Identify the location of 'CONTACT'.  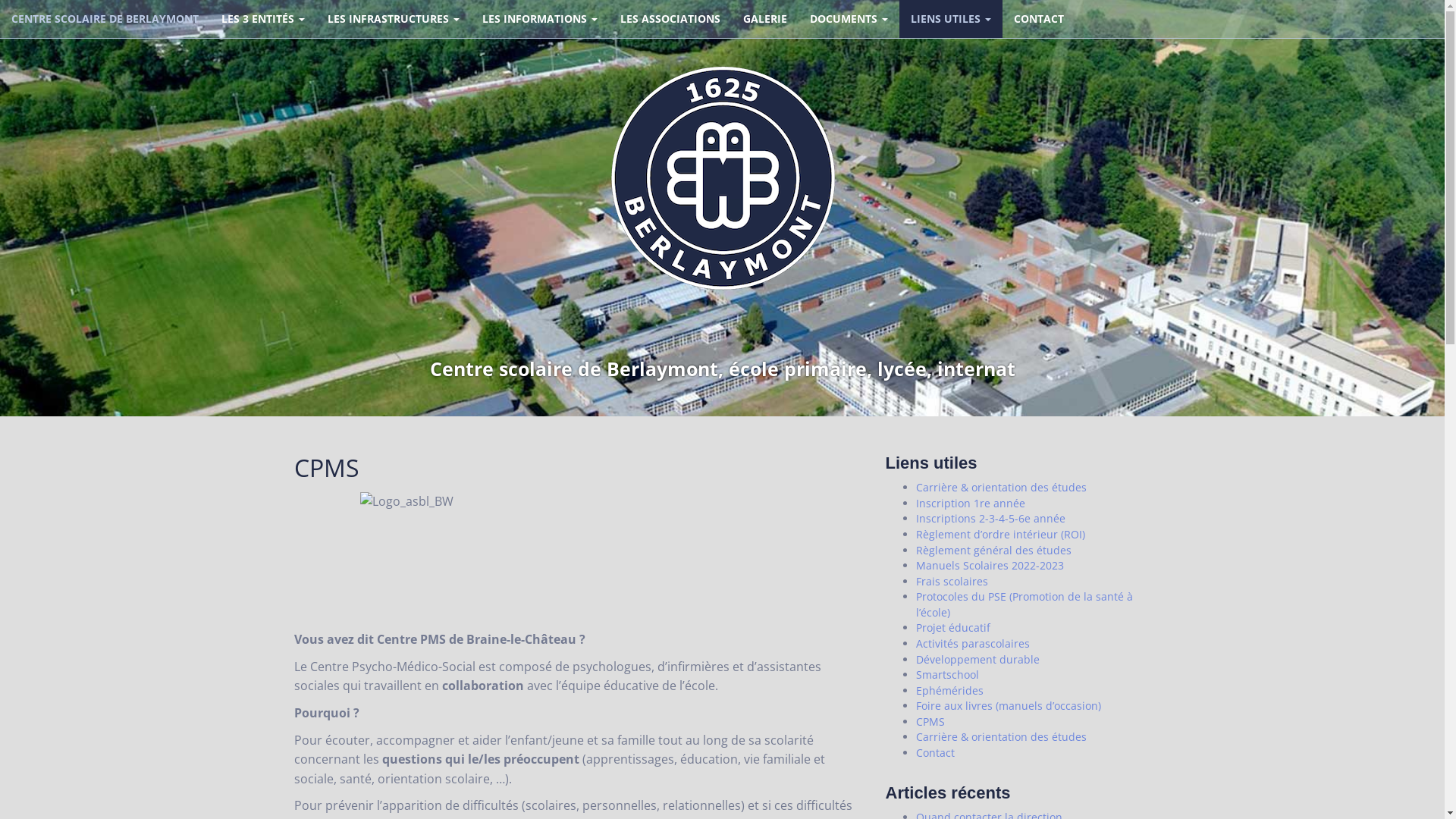
(1002, 18).